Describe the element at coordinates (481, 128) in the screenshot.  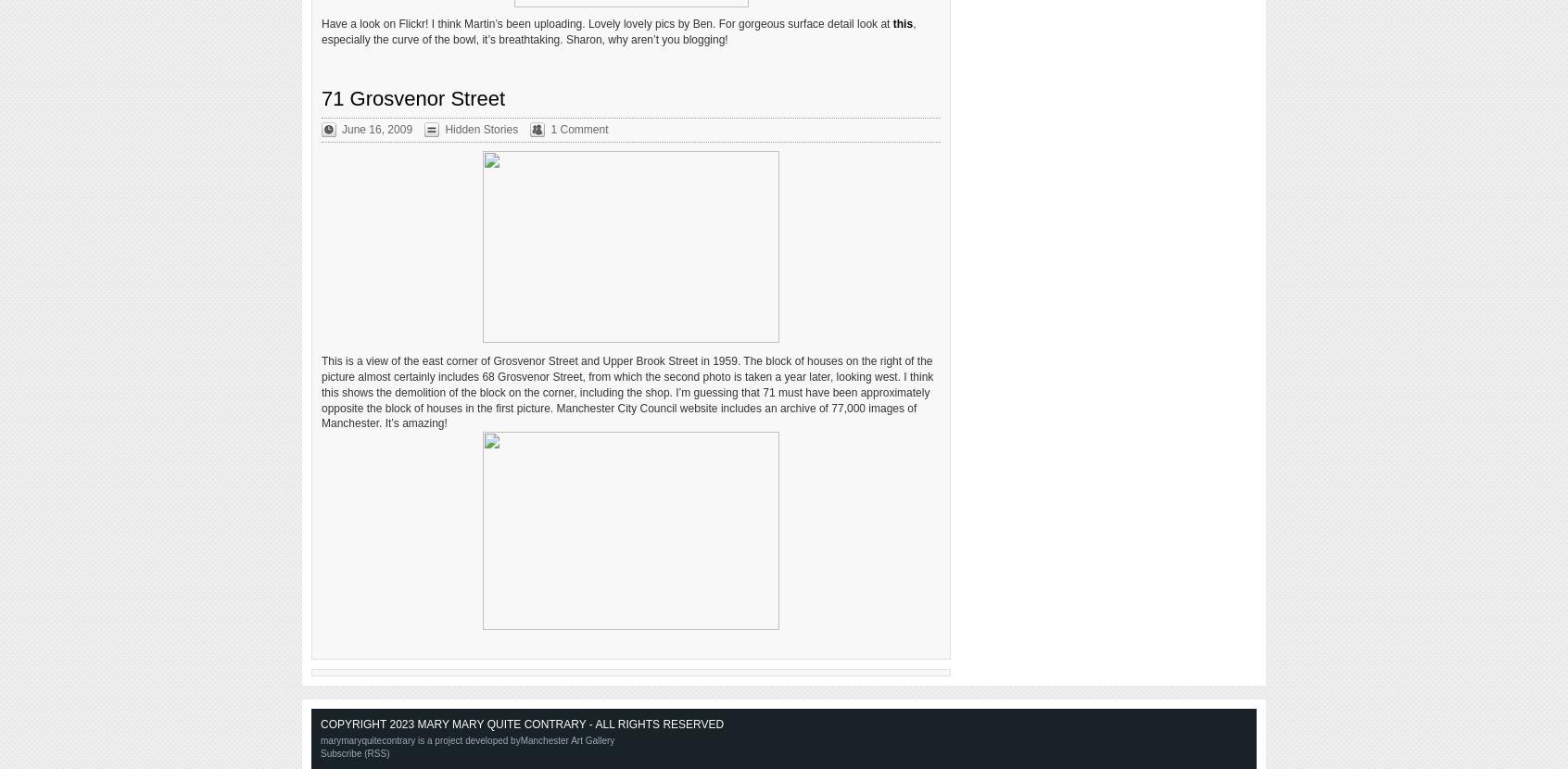
I see `'Hidden Stories'` at that location.